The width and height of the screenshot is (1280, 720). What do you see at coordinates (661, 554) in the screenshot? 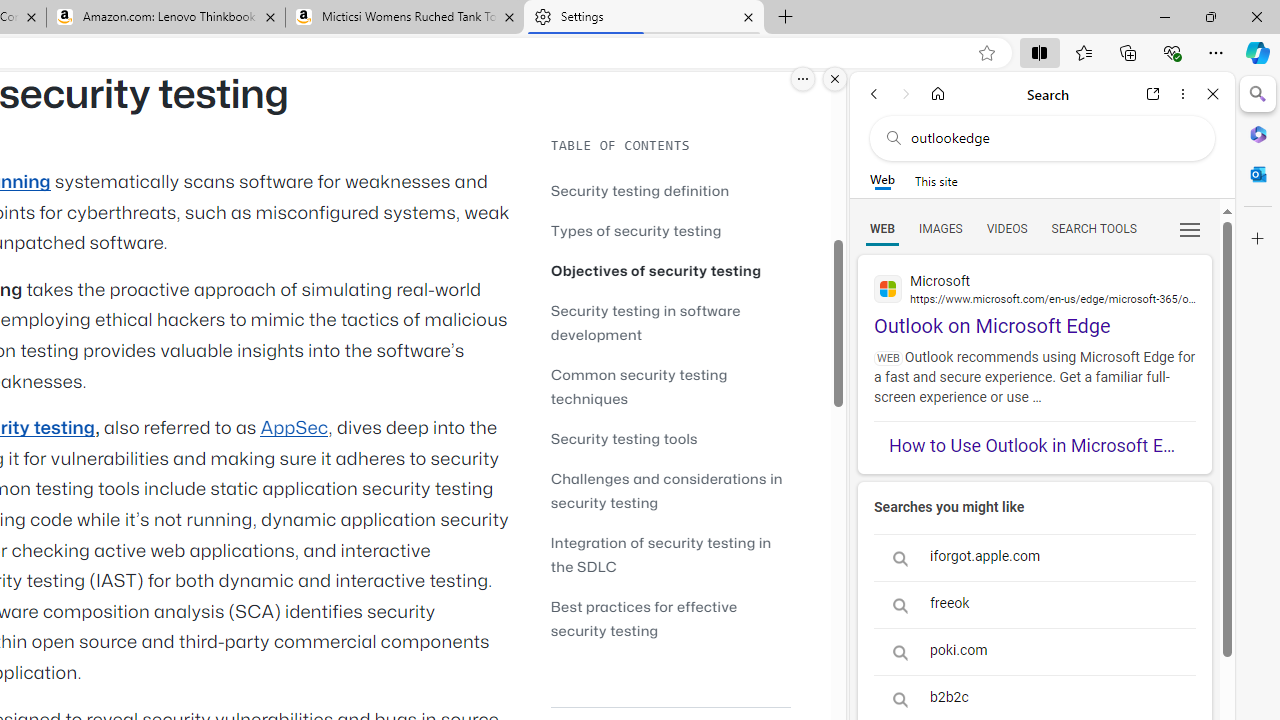
I see `'Integration of security testing in the SDLC'` at bounding box center [661, 554].